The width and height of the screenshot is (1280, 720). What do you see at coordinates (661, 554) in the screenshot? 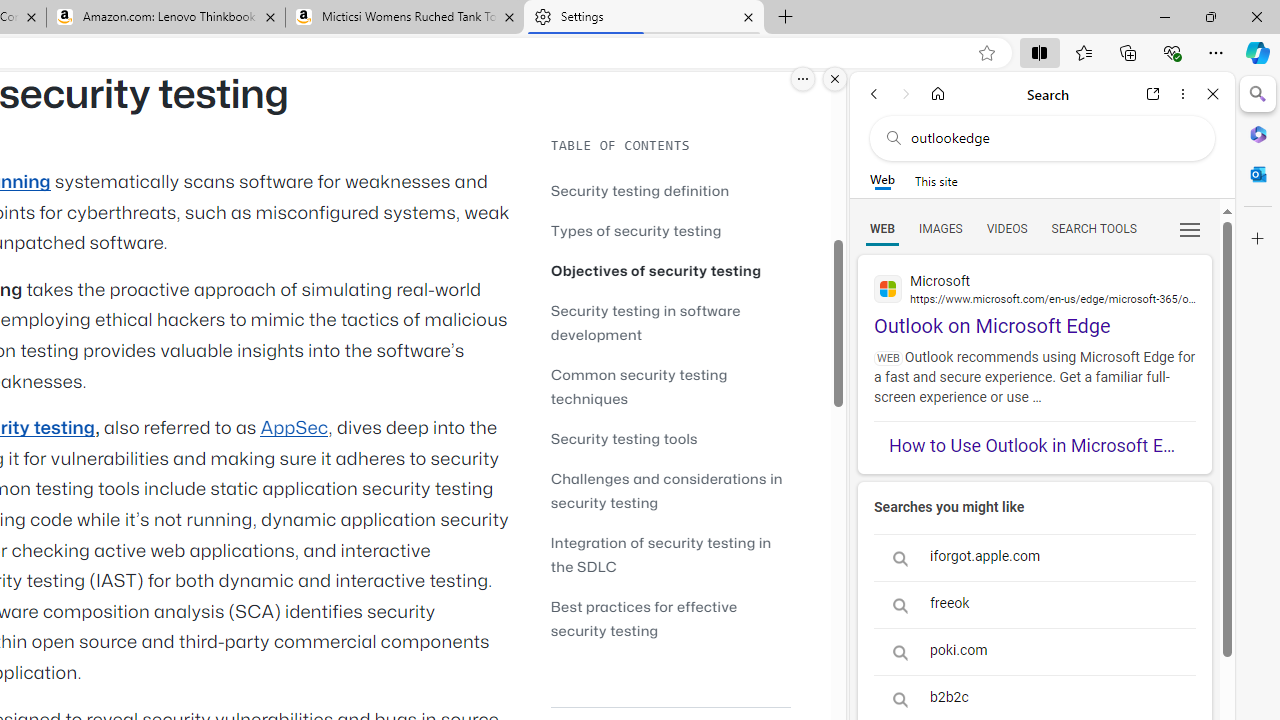
I see `'Integration of security testing in the SDLC'` at bounding box center [661, 554].